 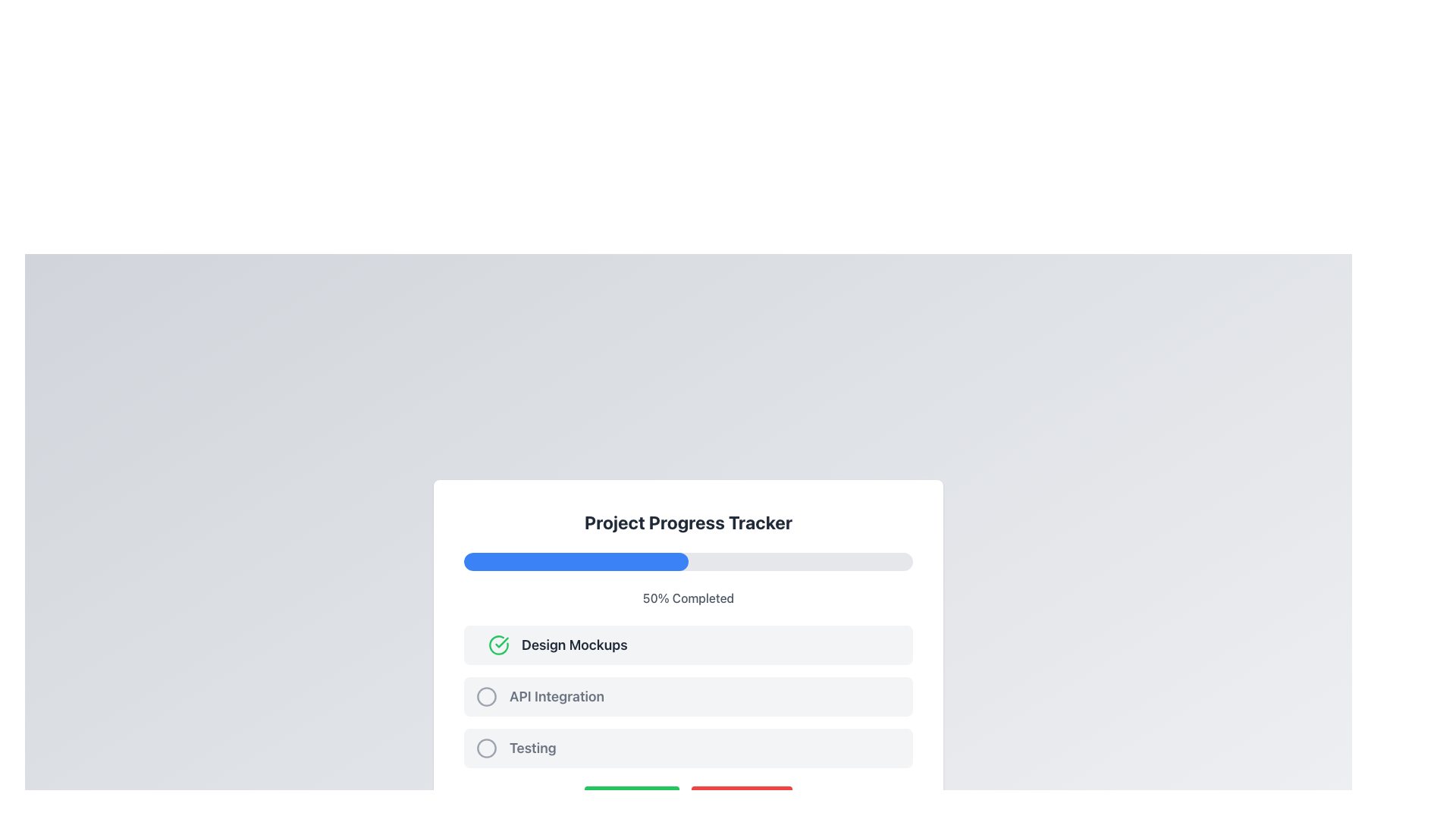 What do you see at coordinates (487, 696) in the screenshot?
I see `the decorative status-indicating circle element associated with the 'API Integration' task, located to the left of the text label 'API Integration'` at bounding box center [487, 696].